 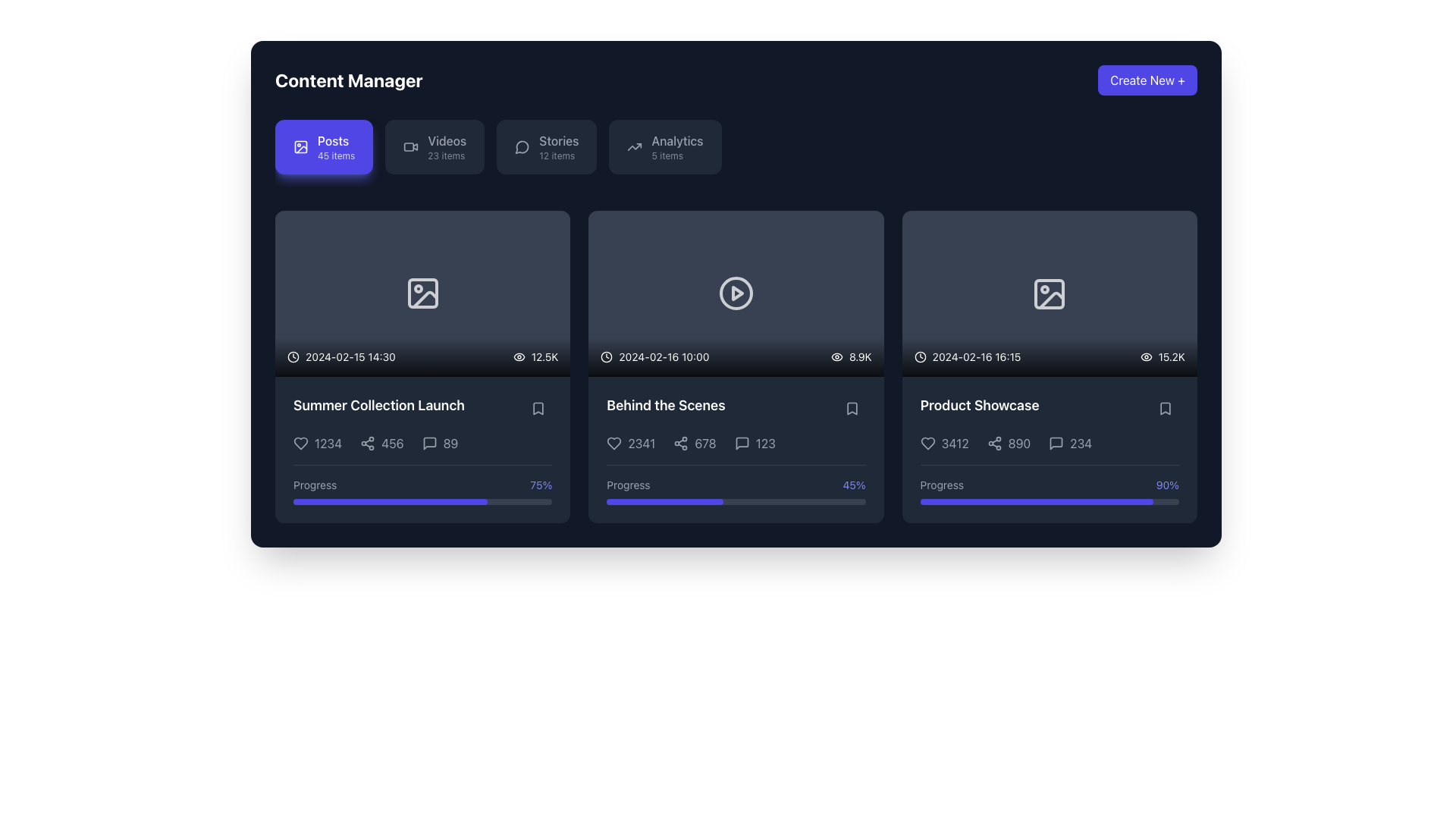 What do you see at coordinates (314, 485) in the screenshot?
I see `the 'Progress' text label that displays the word 'Progress' in a subtle gray font, located in the lower left corner of the 'Summer Collection Launch' card, adjacent to the percentage indicator` at bounding box center [314, 485].